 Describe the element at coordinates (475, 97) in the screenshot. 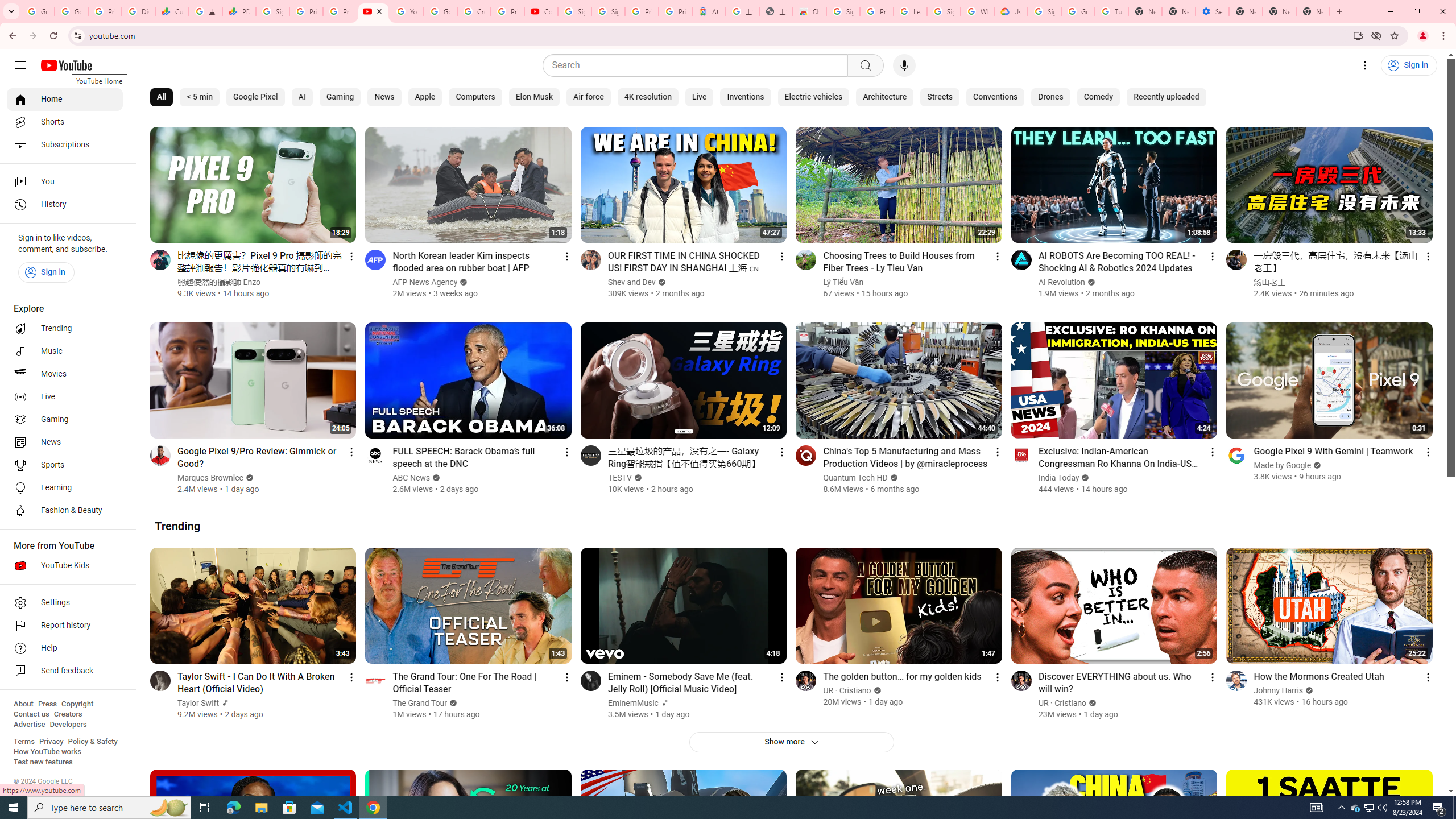

I see `'Computers'` at that location.